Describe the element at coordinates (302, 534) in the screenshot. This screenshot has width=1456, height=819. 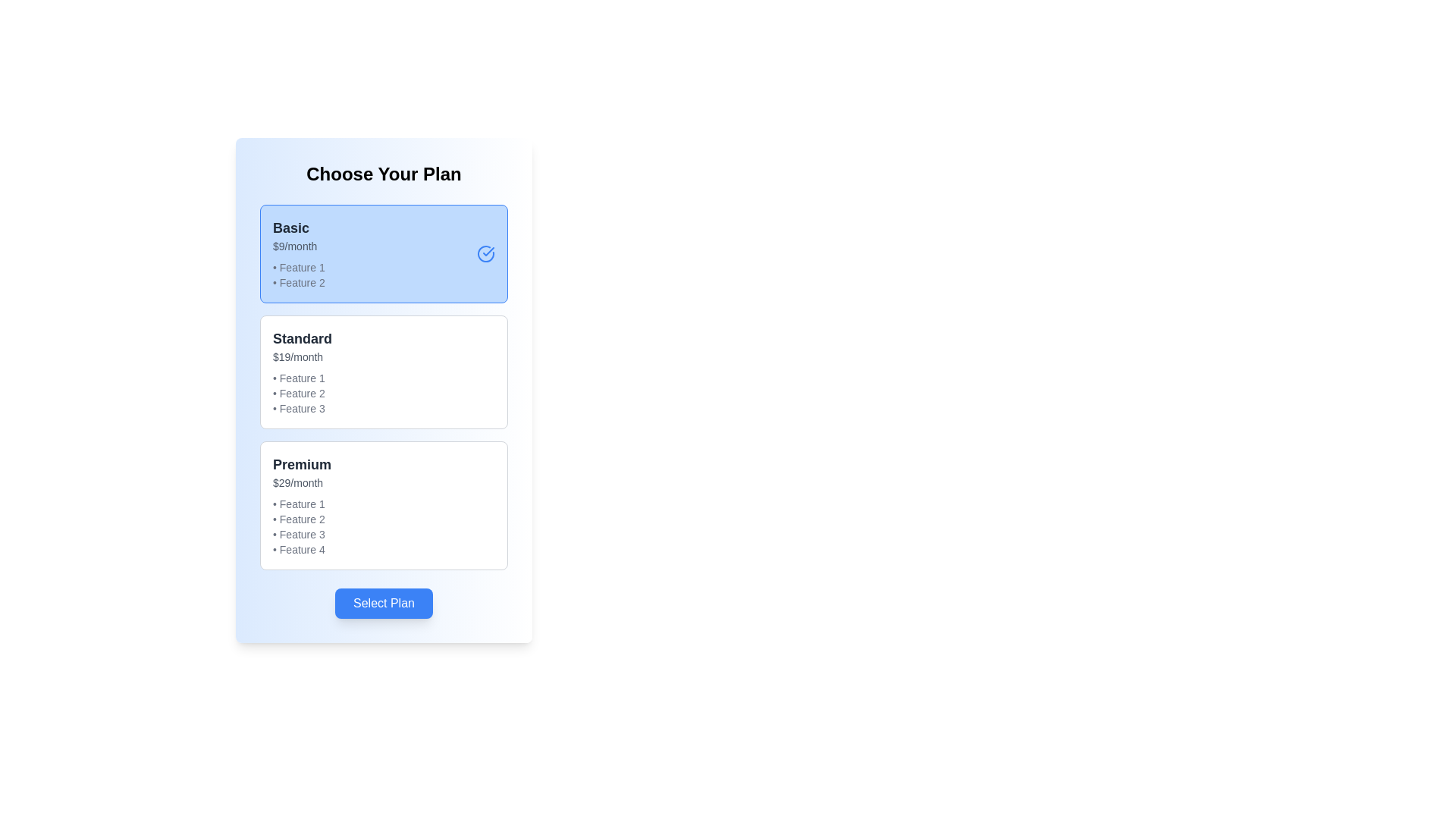
I see `the text label displaying '• Feature 3' in gray font, which is the third item in a vertical list under the 'Premium' plan section of the plan selection interface` at that location.